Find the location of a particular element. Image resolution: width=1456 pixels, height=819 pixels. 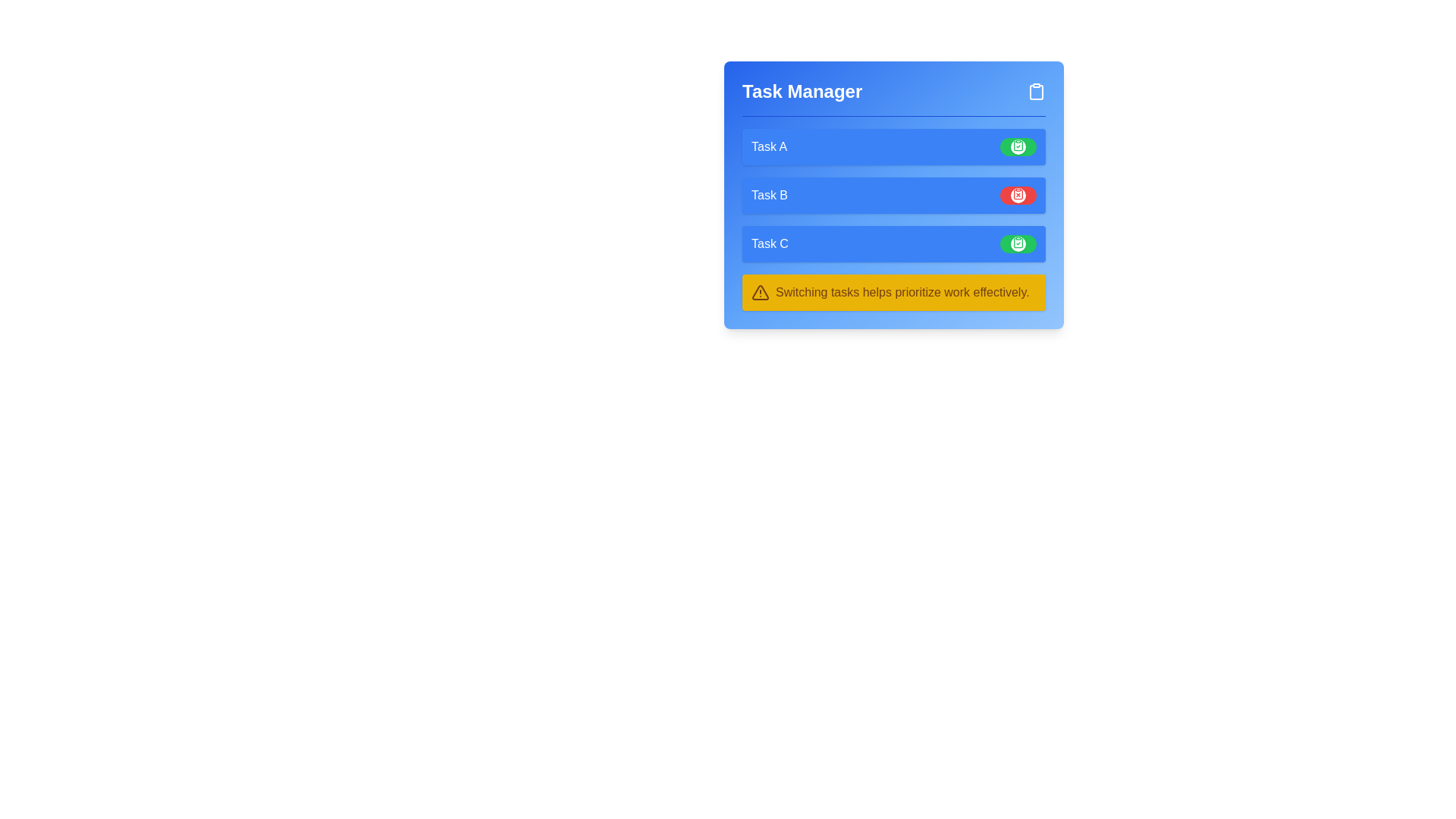

the Task interface item labeled 'Task A' with an active toggle control for more details is located at coordinates (894, 146).